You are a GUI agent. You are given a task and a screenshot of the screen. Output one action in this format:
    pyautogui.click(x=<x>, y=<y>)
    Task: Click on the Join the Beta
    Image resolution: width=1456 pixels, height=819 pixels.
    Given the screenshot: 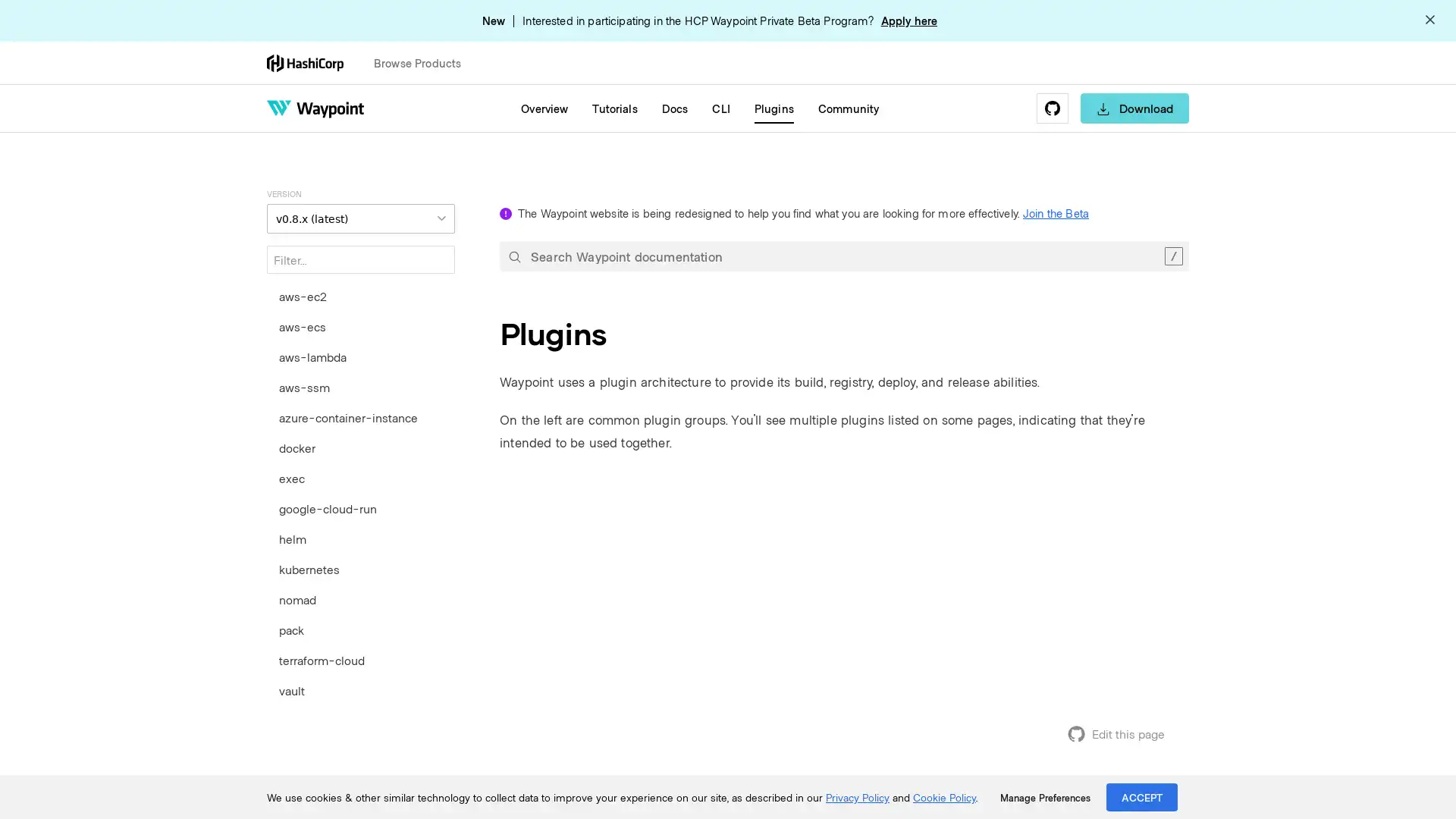 What is the action you would take?
    pyautogui.click(x=1055, y=213)
    